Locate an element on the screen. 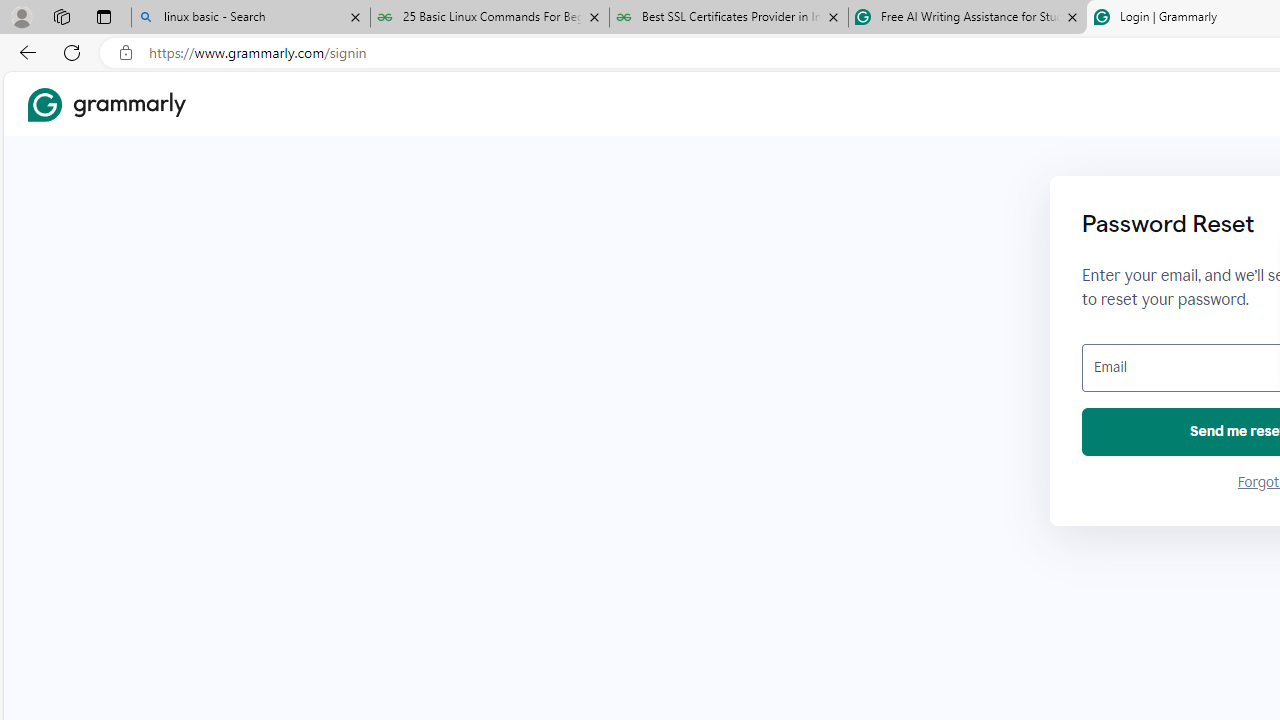 This screenshot has width=1280, height=720. 'Grammarly Home' is located at coordinates (105, 104).